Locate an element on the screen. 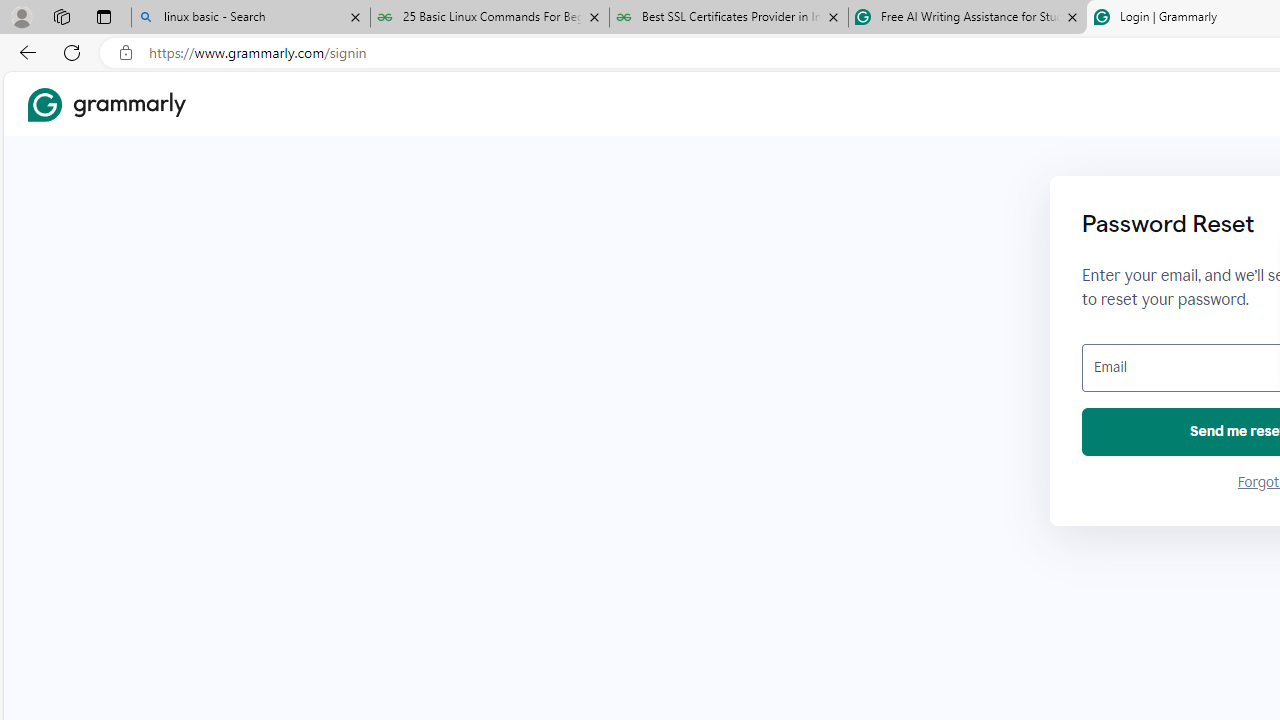 This screenshot has width=1280, height=720. 'Grammarly Home' is located at coordinates (105, 104).